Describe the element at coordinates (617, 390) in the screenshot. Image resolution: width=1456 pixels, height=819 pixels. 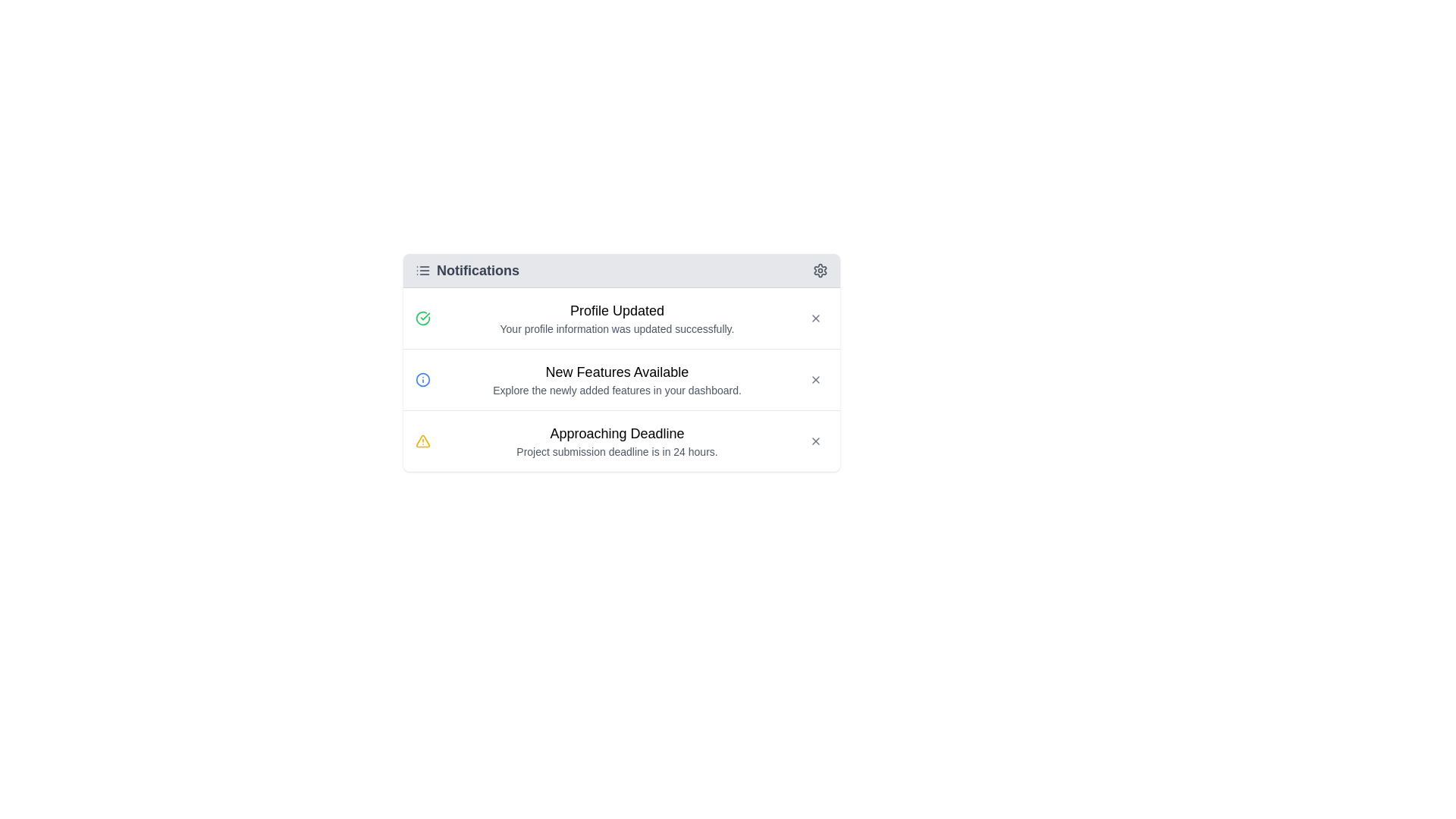
I see `text that says 'Explore the newly added features in your dashboard.' located beneath the title 'New Features Available.'` at that location.